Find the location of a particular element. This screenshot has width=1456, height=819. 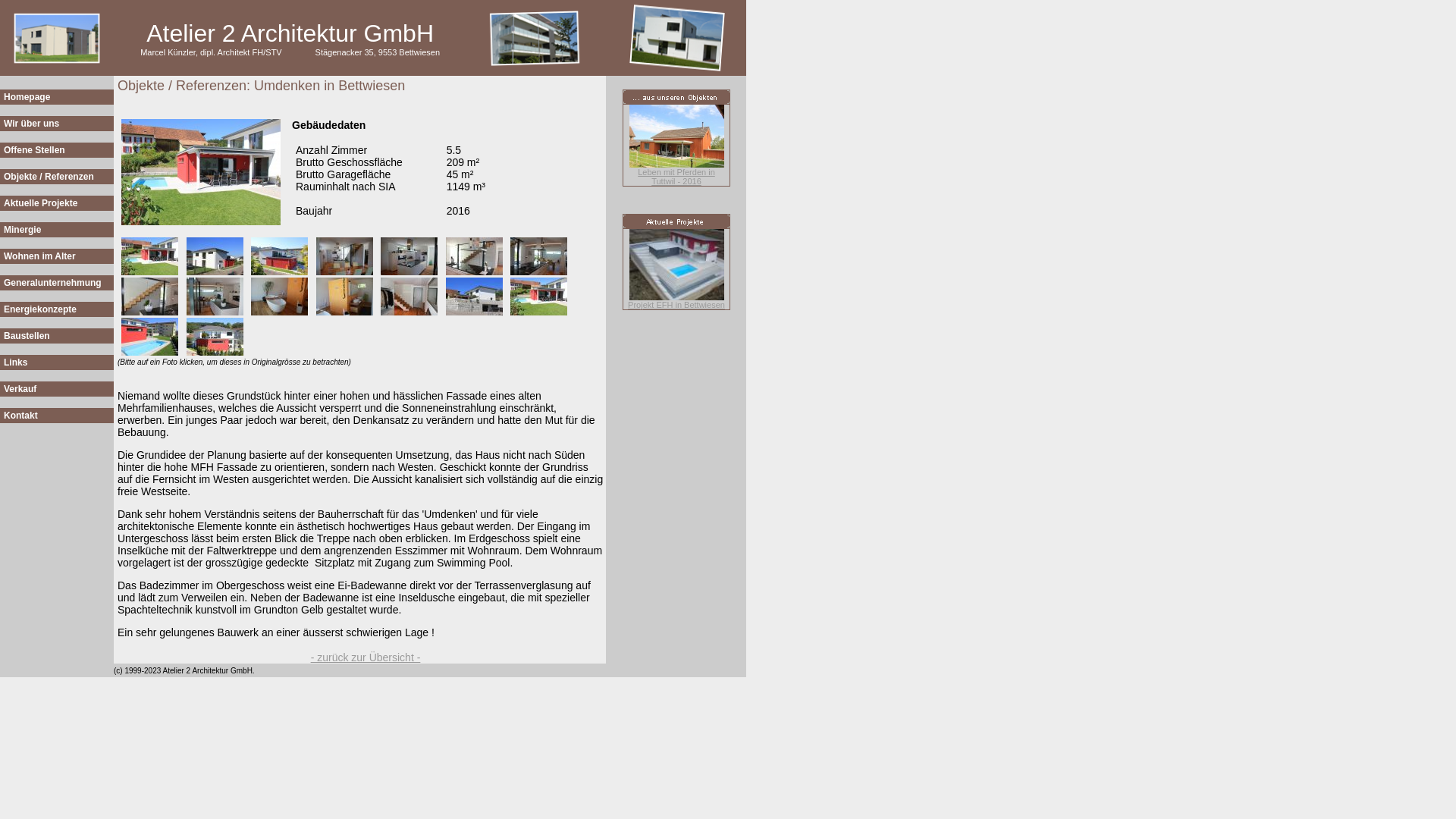

'Objekte / Referenzen' is located at coordinates (3, 175).